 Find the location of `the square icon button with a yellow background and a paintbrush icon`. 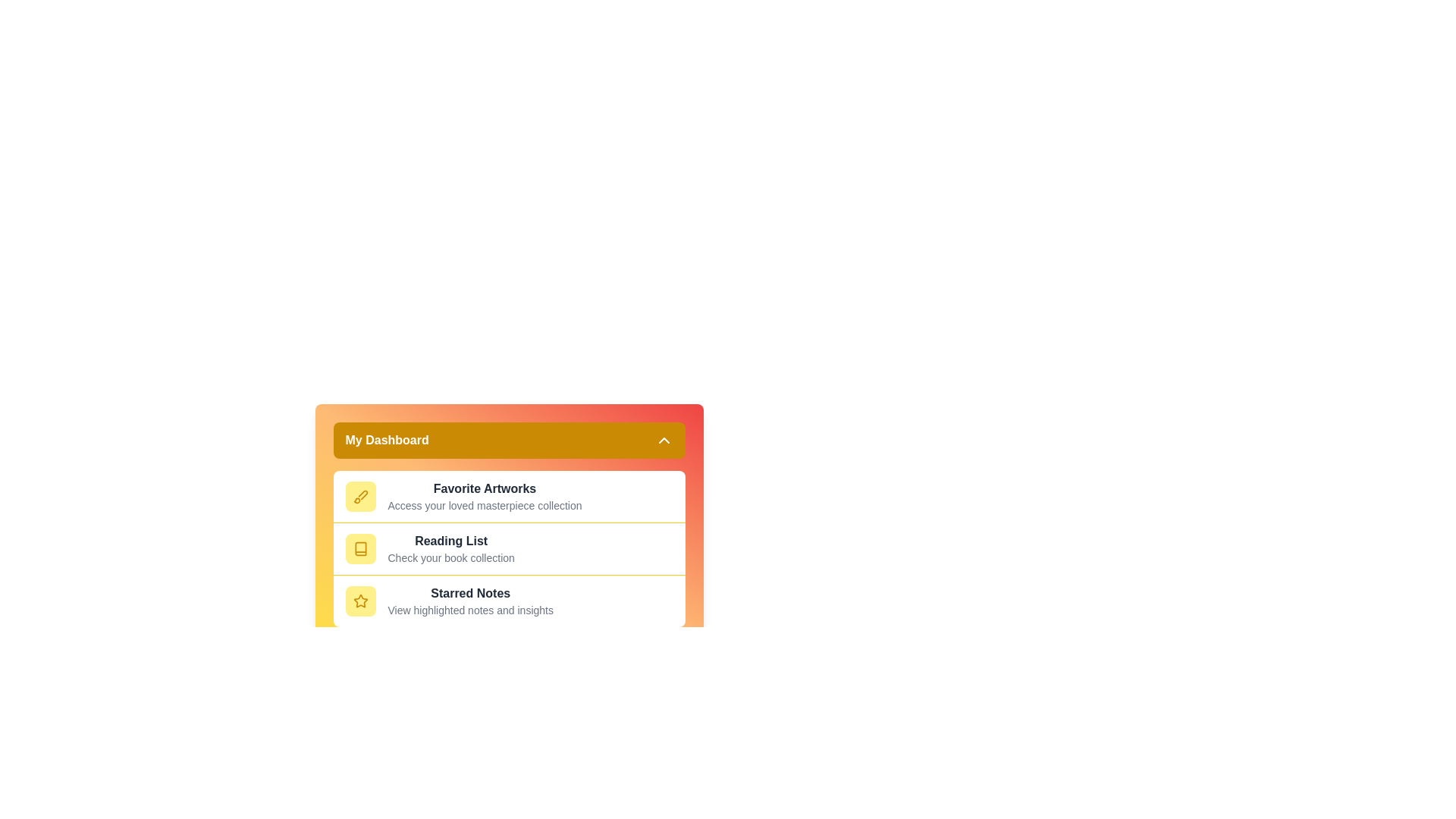

the square icon button with a yellow background and a paintbrush icon is located at coordinates (359, 497).